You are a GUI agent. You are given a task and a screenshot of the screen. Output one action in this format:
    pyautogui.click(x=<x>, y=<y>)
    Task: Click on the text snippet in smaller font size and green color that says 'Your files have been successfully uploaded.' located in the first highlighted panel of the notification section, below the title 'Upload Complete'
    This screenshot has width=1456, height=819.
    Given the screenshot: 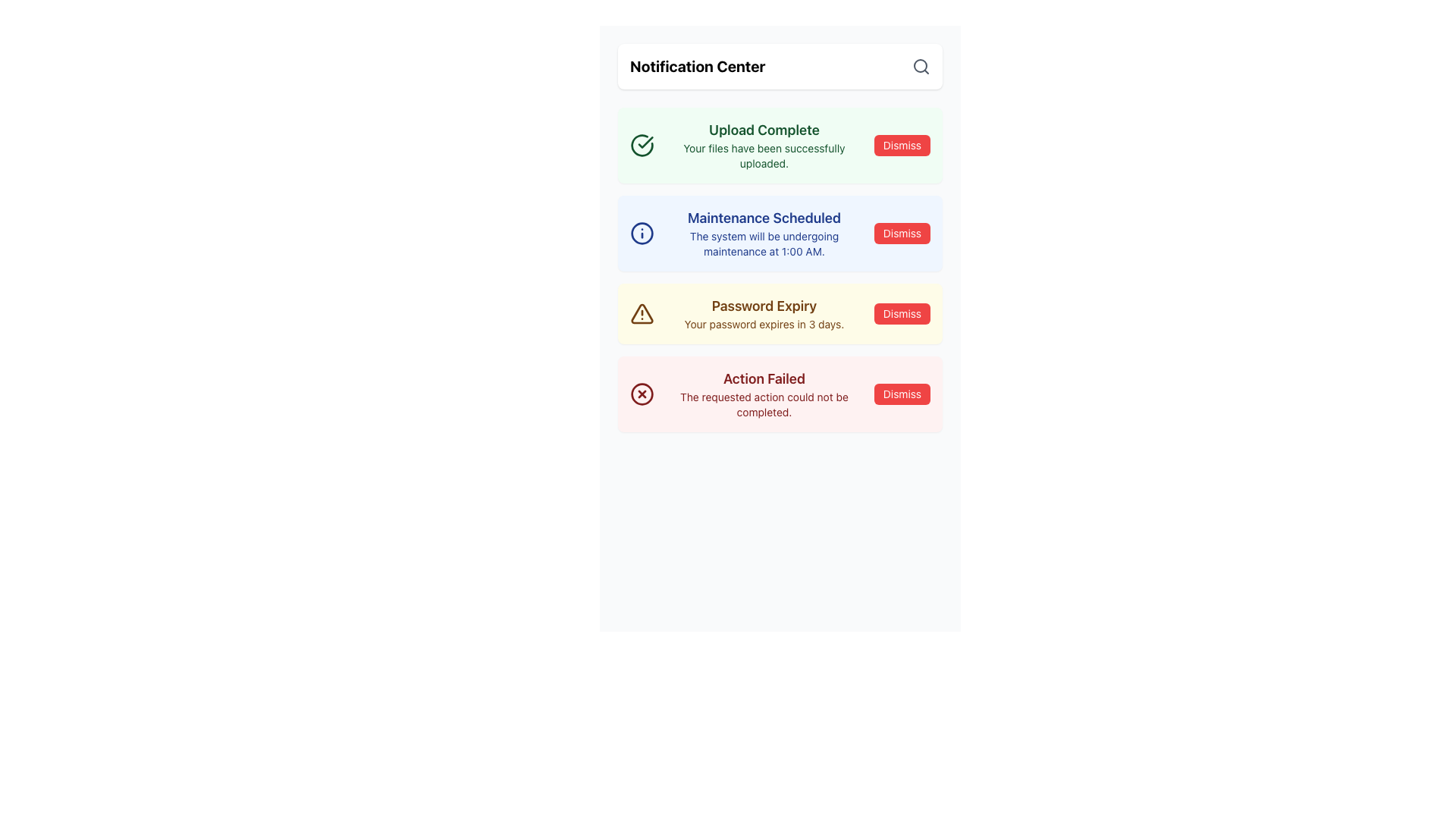 What is the action you would take?
    pyautogui.click(x=764, y=155)
    